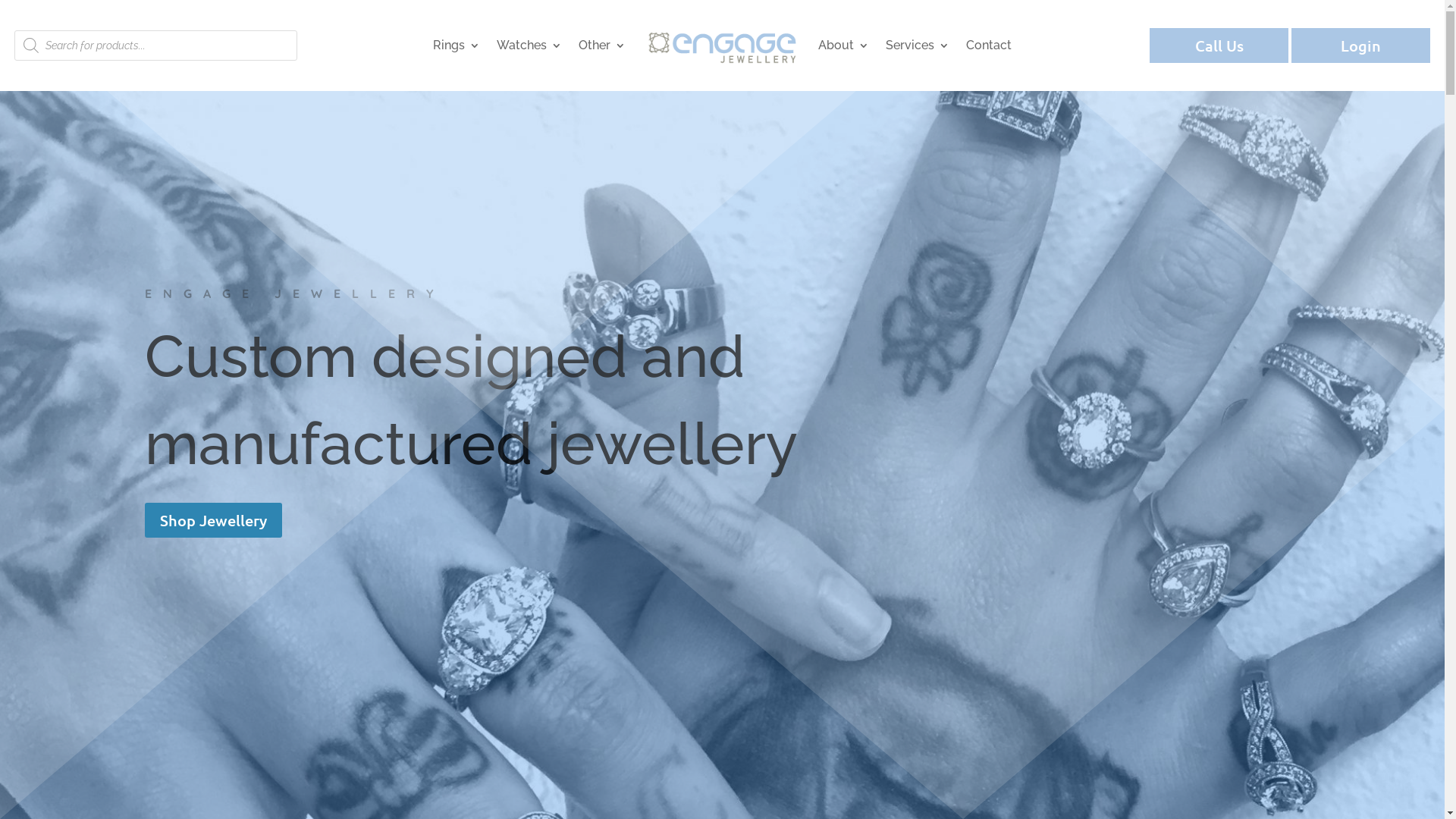 This screenshot has width=1456, height=819. Describe the element at coordinates (455, 45) in the screenshot. I see `'Rings'` at that location.